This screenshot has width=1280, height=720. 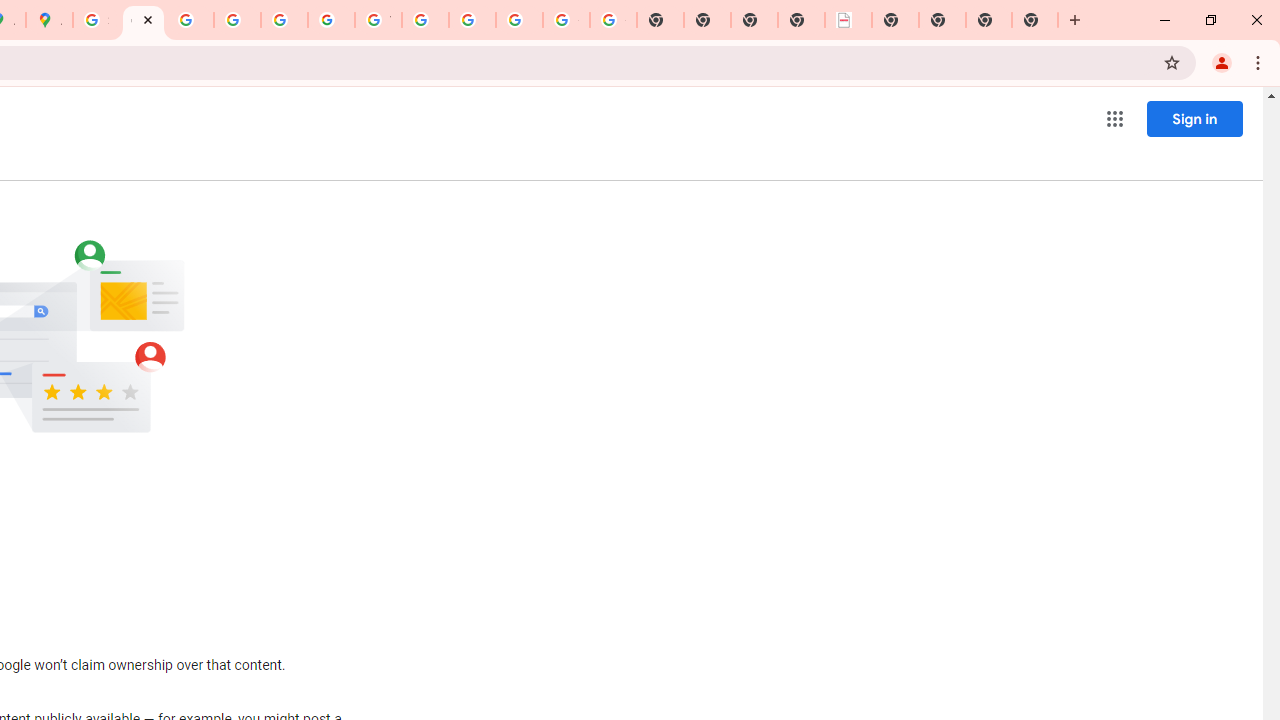 What do you see at coordinates (237, 20) in the screenshot?
I see `'Privacy Help Center - Policies Help'` at bounding box center [237, 20].